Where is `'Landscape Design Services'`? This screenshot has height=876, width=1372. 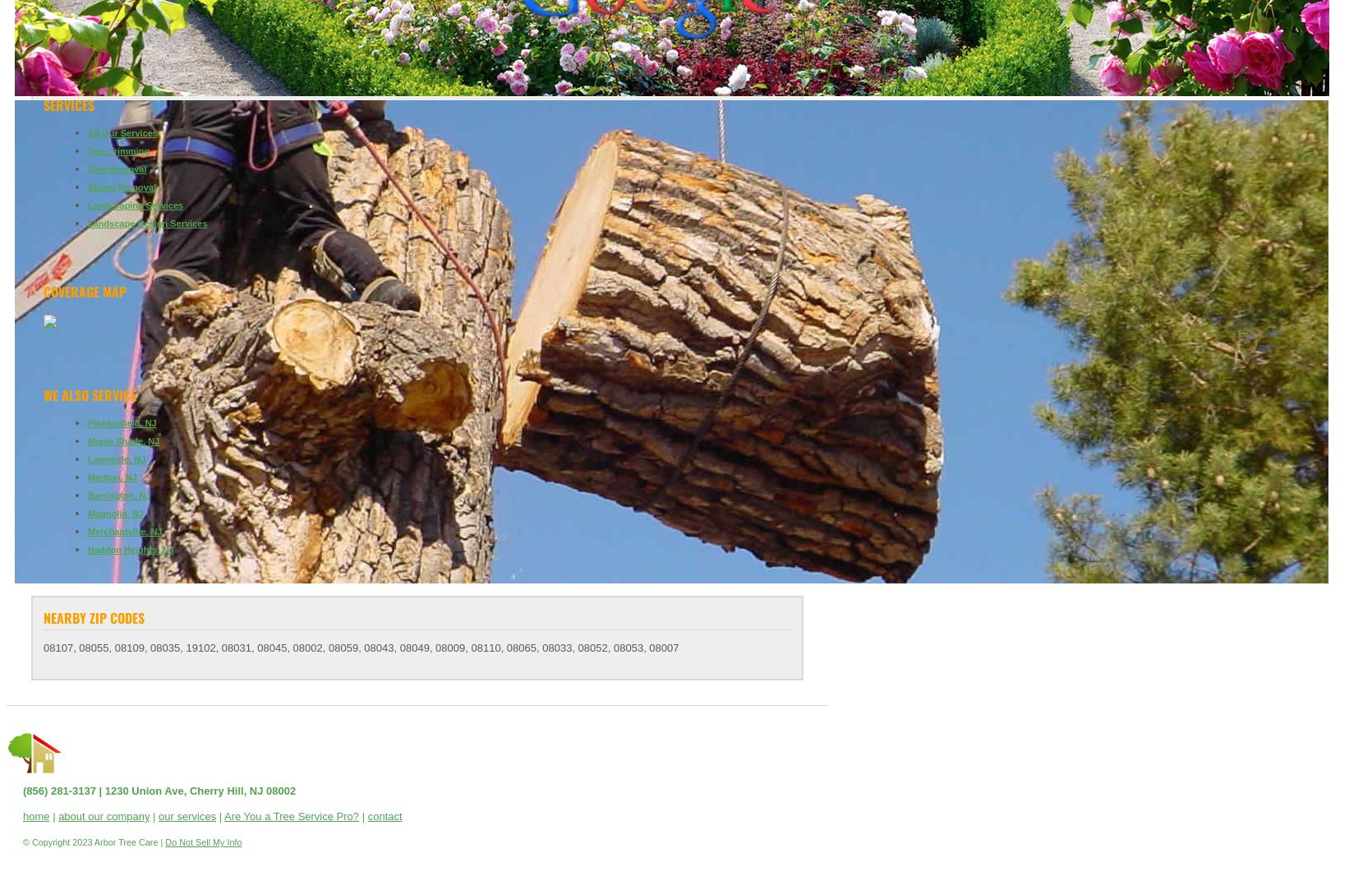
'Landscape Design Services' is located at coordinates (147, 224).